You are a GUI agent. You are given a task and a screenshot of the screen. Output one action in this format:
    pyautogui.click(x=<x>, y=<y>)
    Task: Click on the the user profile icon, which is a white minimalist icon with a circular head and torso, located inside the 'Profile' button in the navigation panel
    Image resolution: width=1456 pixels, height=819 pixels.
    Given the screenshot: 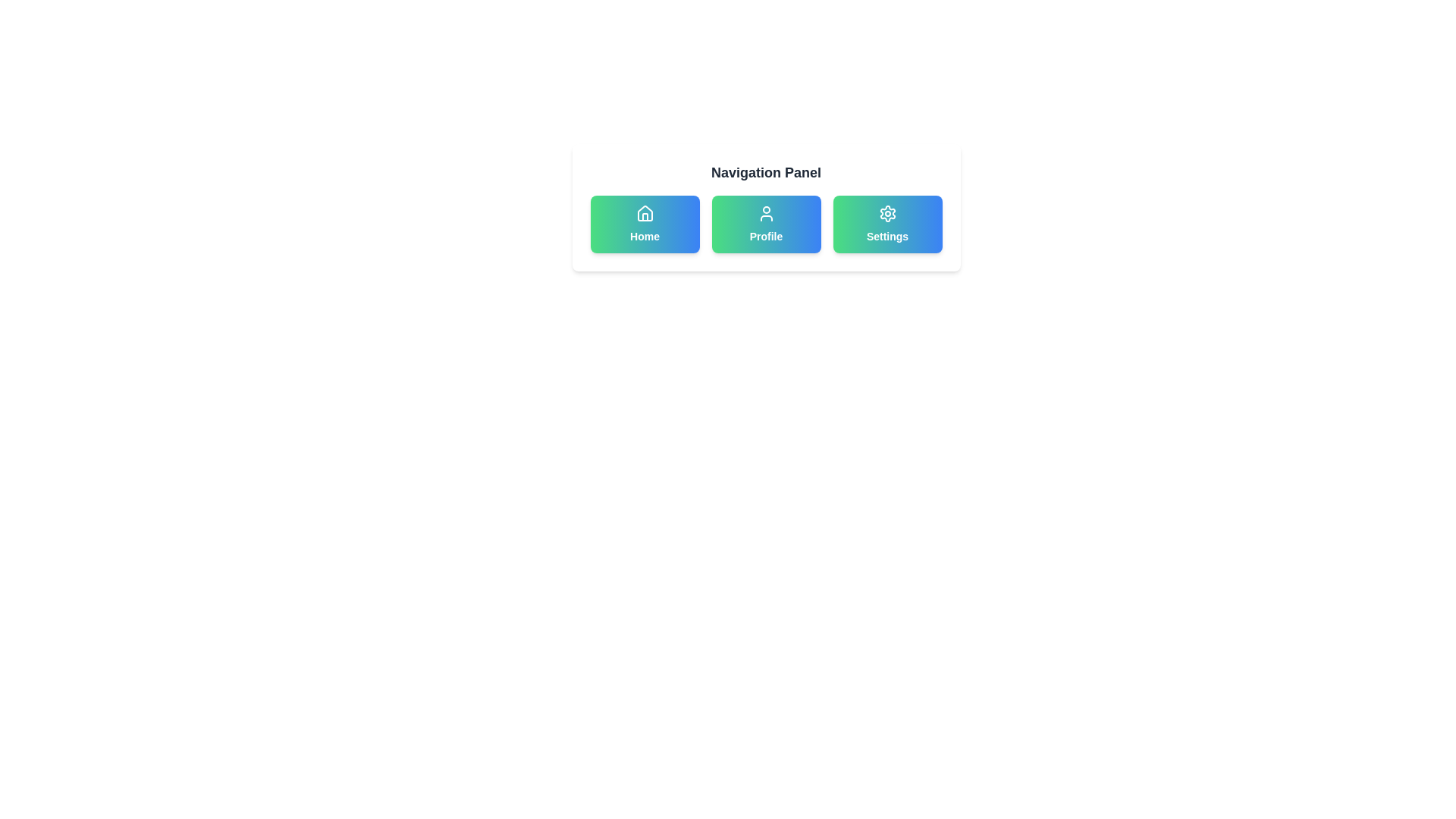 What is the action you would take?
    pyautogui.click(x=766, y=213)
    